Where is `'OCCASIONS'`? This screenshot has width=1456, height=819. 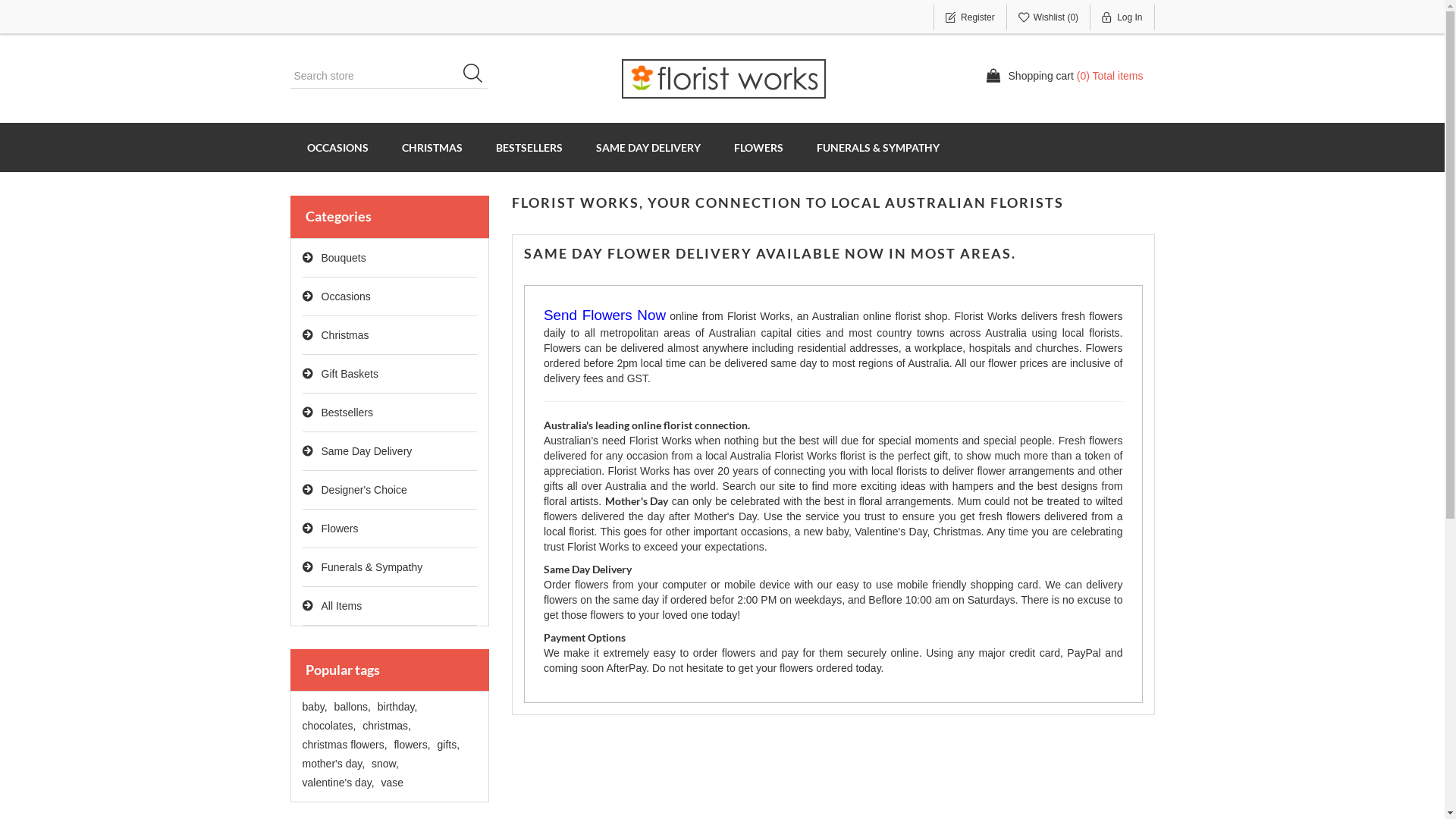
'OCCASIONS' is located at coordinates (336, 147).